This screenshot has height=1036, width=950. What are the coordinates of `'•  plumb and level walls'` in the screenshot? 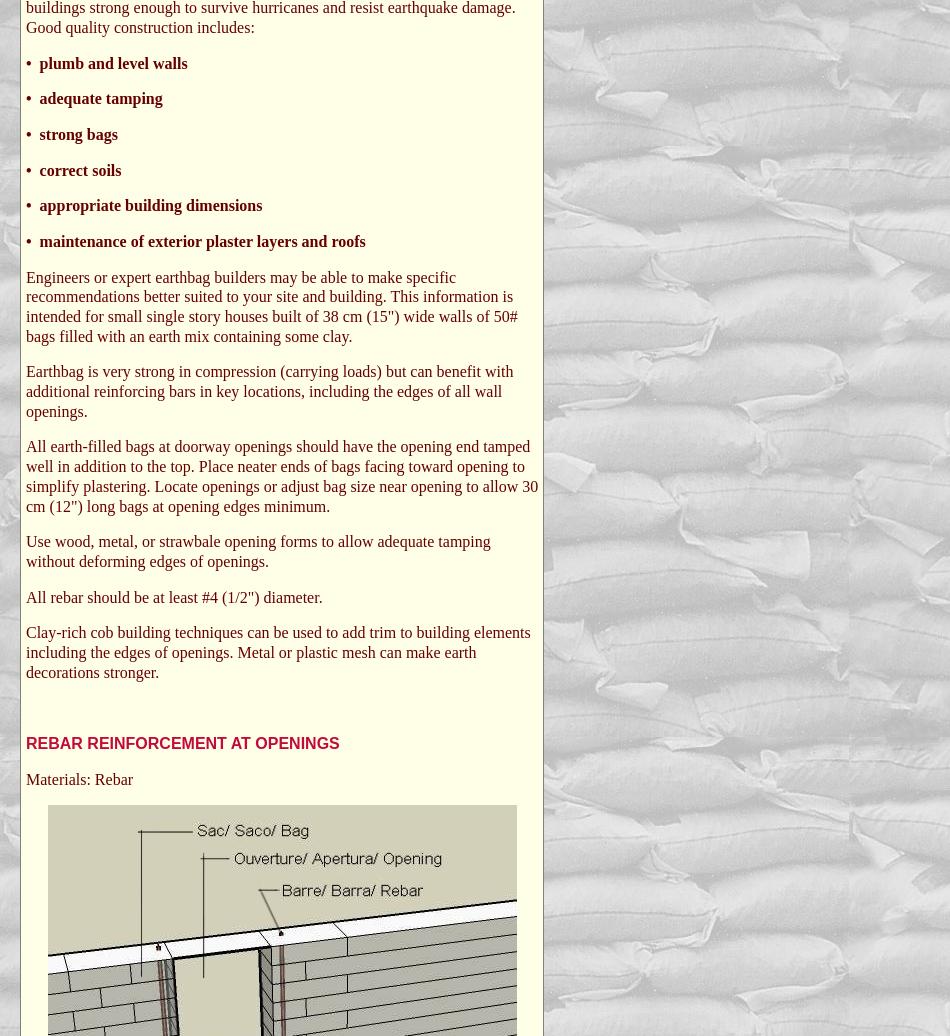 It's located at (106, 62).